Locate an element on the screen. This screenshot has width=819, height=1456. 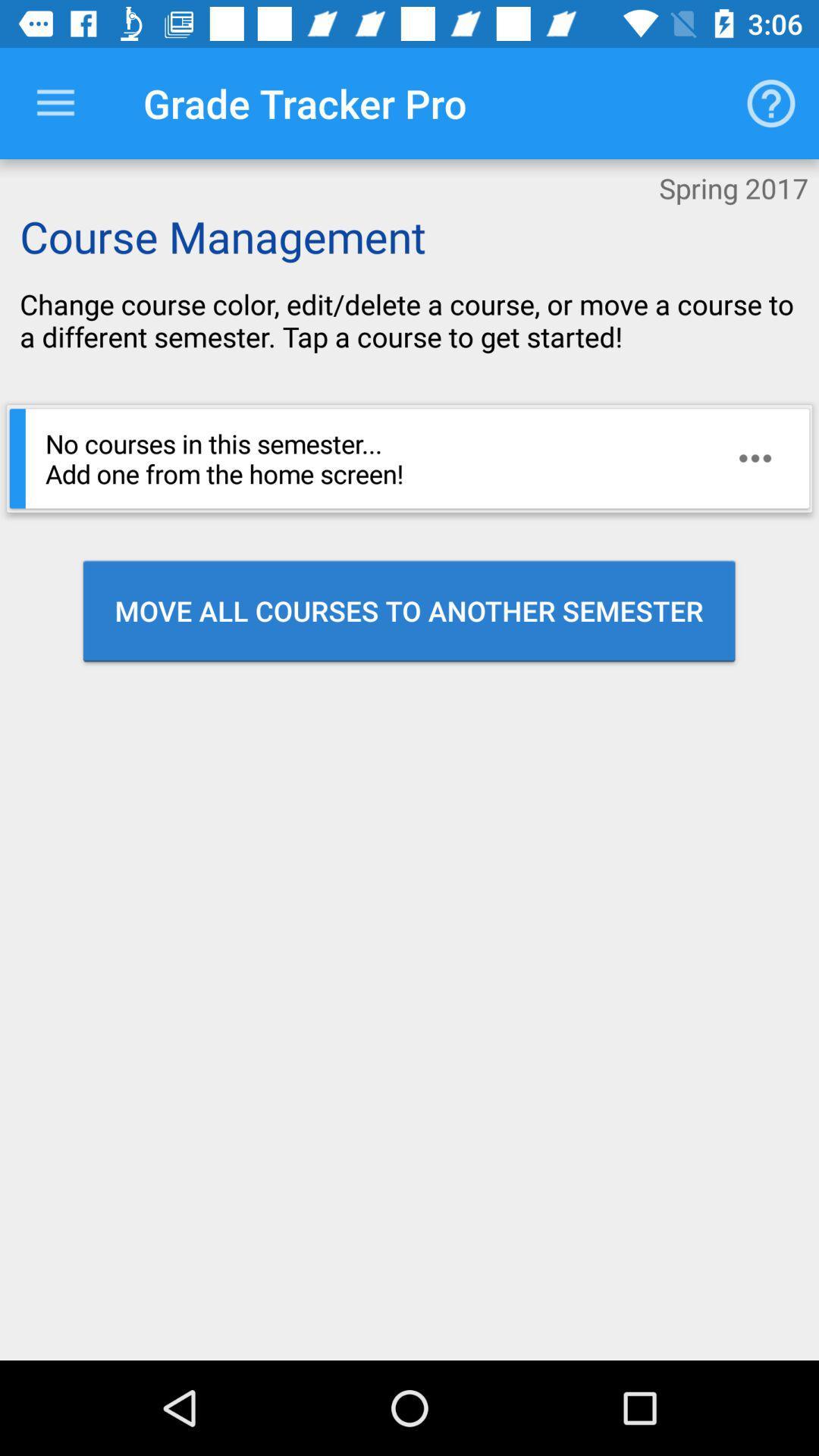
icon at the center is located at coordinates (408, 610).